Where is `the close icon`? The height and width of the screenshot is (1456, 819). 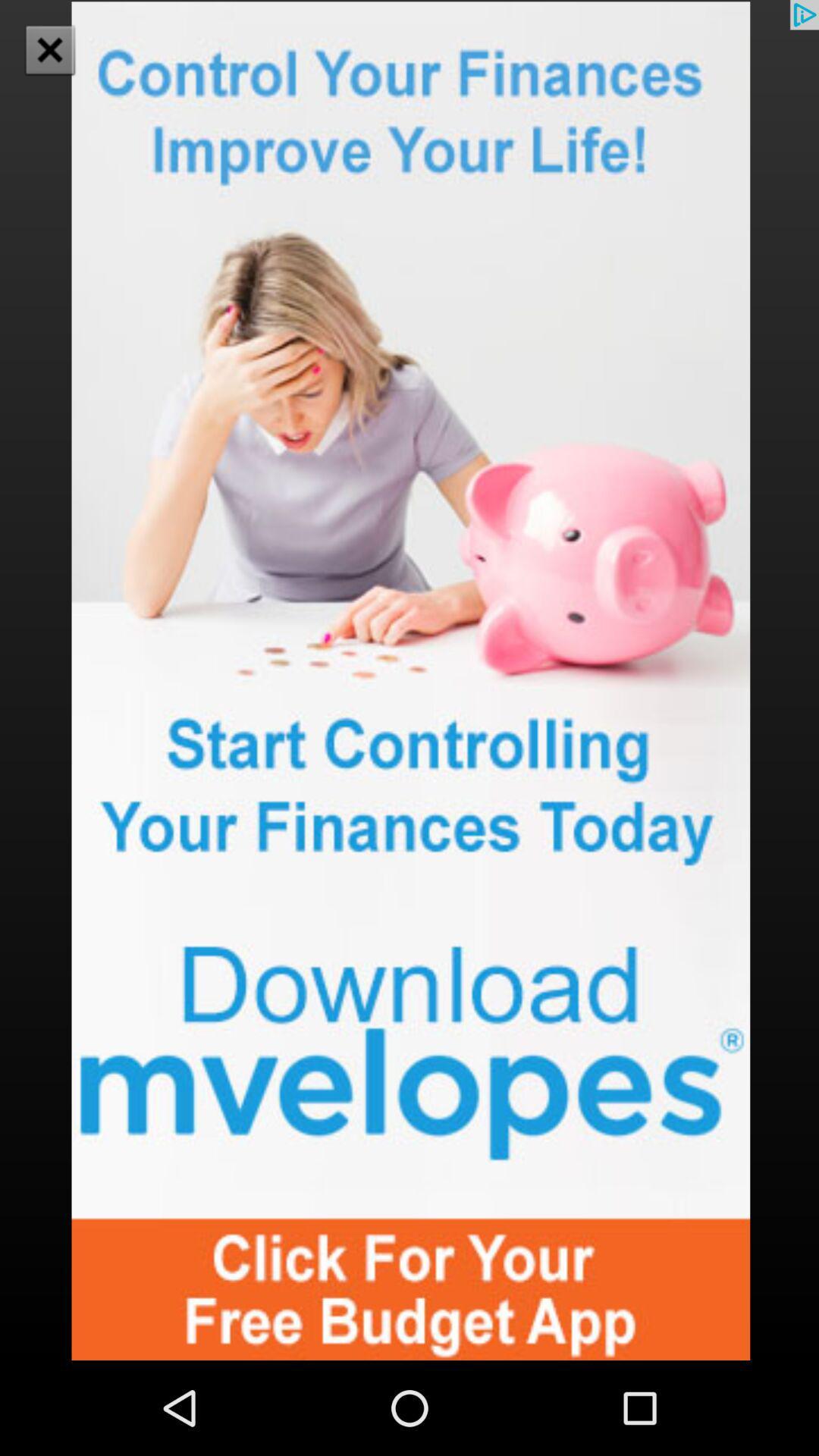
the close icon is located at coordinates (69, 74).